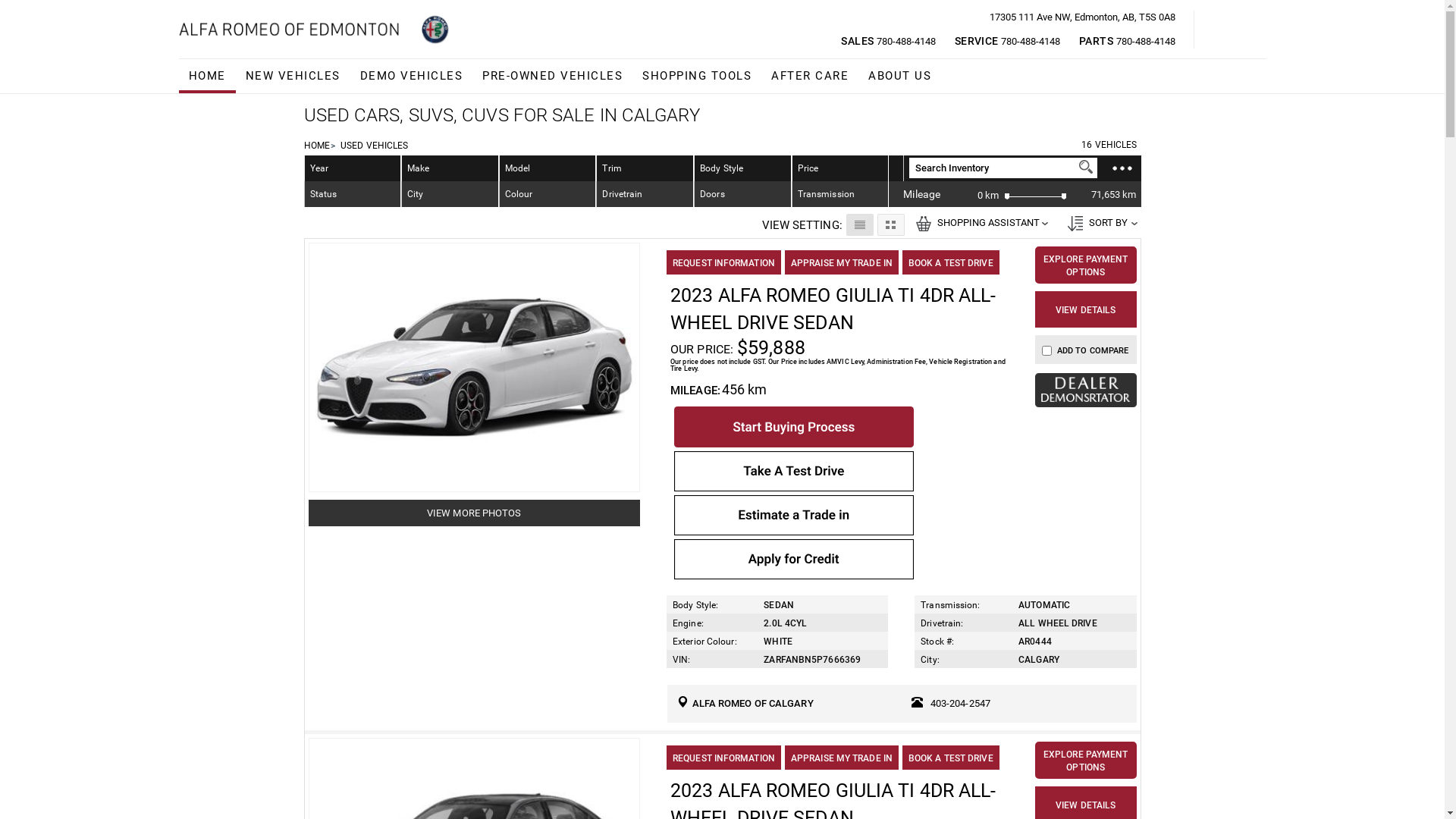  I want to click on 'Make', so click(401, 168).